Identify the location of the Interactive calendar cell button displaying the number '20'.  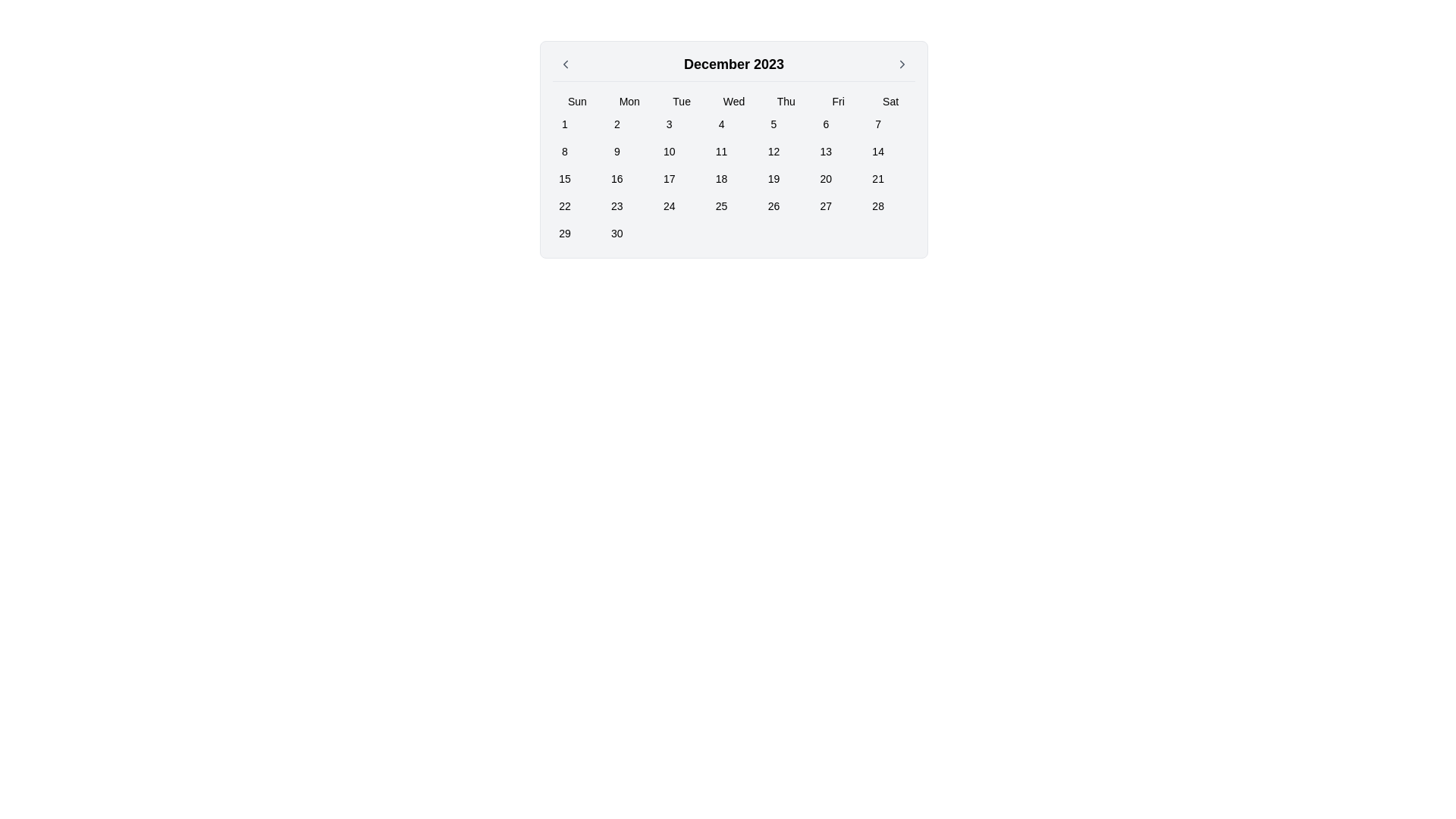
(825, 177).